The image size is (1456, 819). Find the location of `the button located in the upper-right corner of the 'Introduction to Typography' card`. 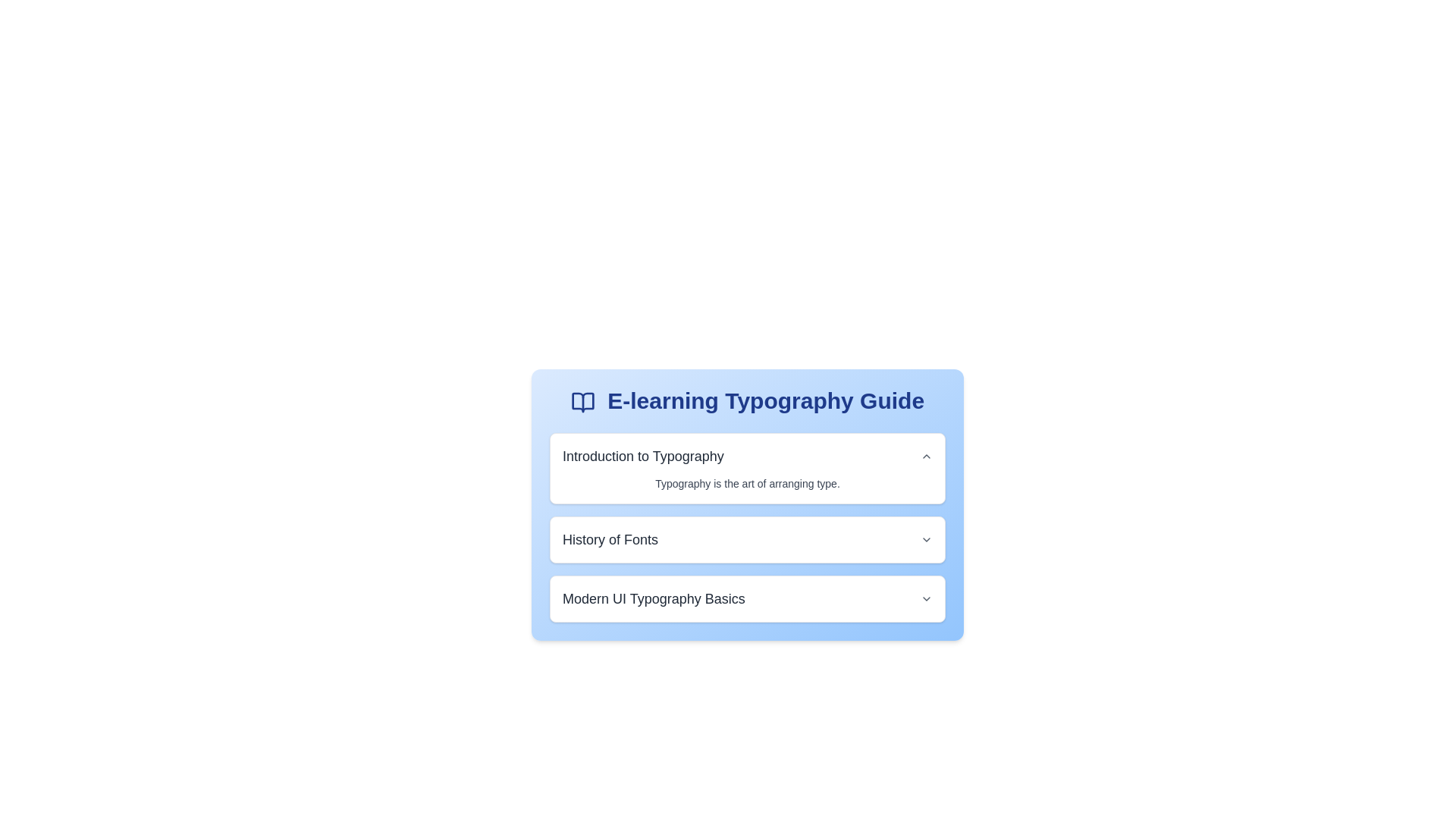

the button located in the upper-right corner of the 'Introduction to Typography' card is located at coordinates (926, 455).